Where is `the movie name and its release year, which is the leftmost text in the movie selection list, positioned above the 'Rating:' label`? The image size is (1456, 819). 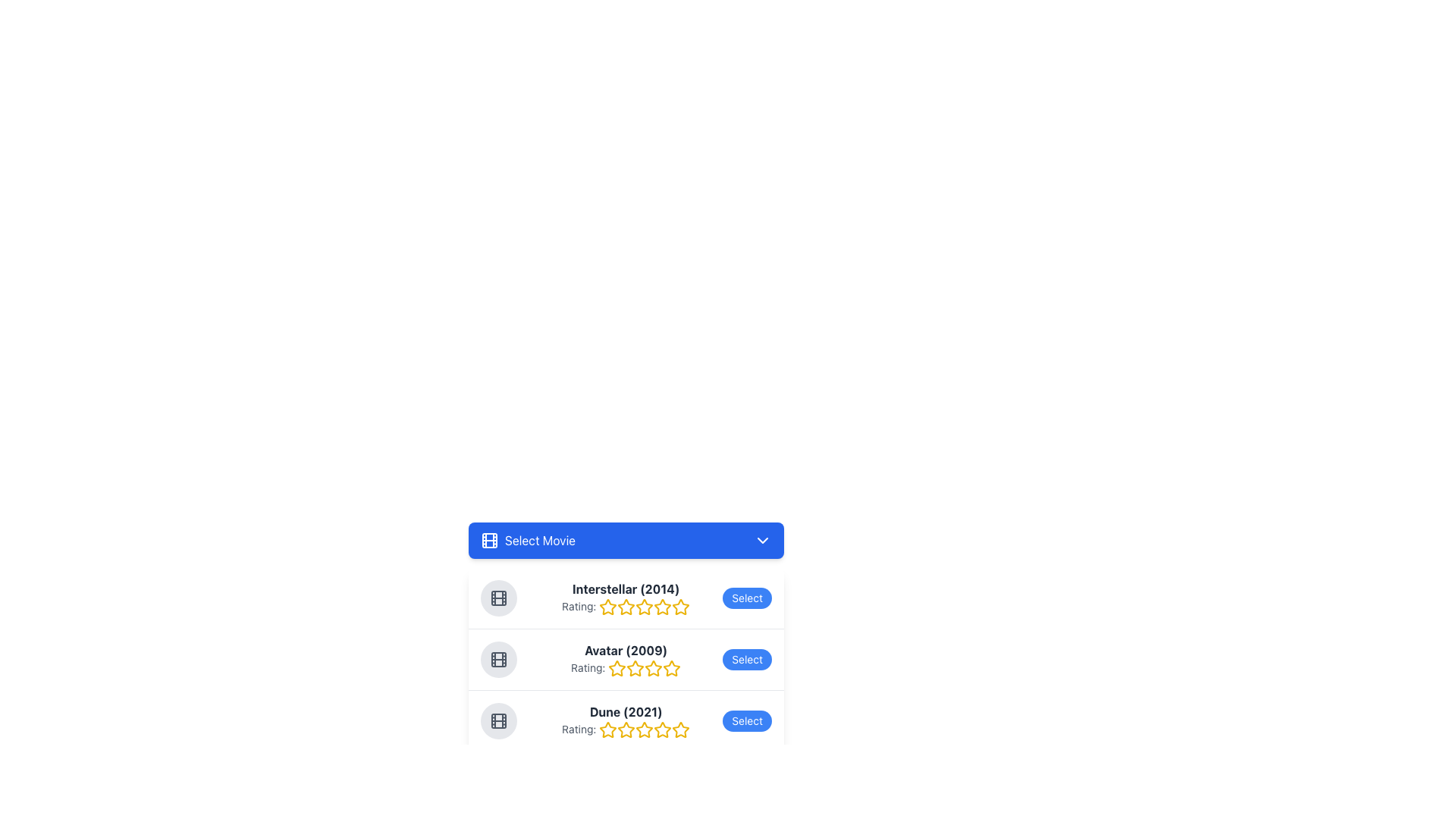 the movie name and its release year, which is the leftmost text in the movie selection list, positioned above the 'Rating:' label is located at coordinates (626, 588).